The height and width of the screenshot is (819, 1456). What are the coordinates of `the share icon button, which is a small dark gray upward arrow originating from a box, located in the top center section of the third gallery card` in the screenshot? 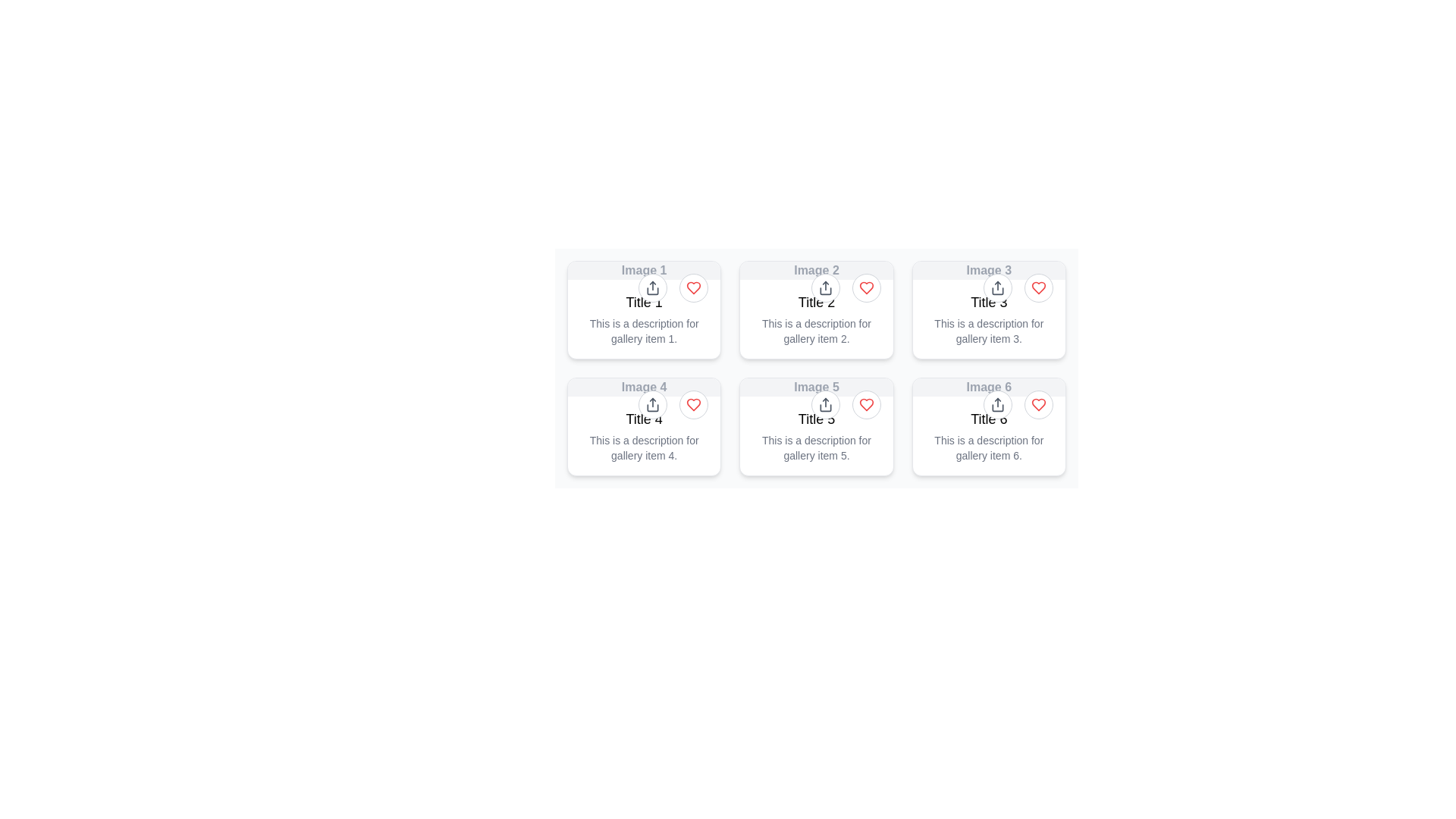 It's located at (997, 288).